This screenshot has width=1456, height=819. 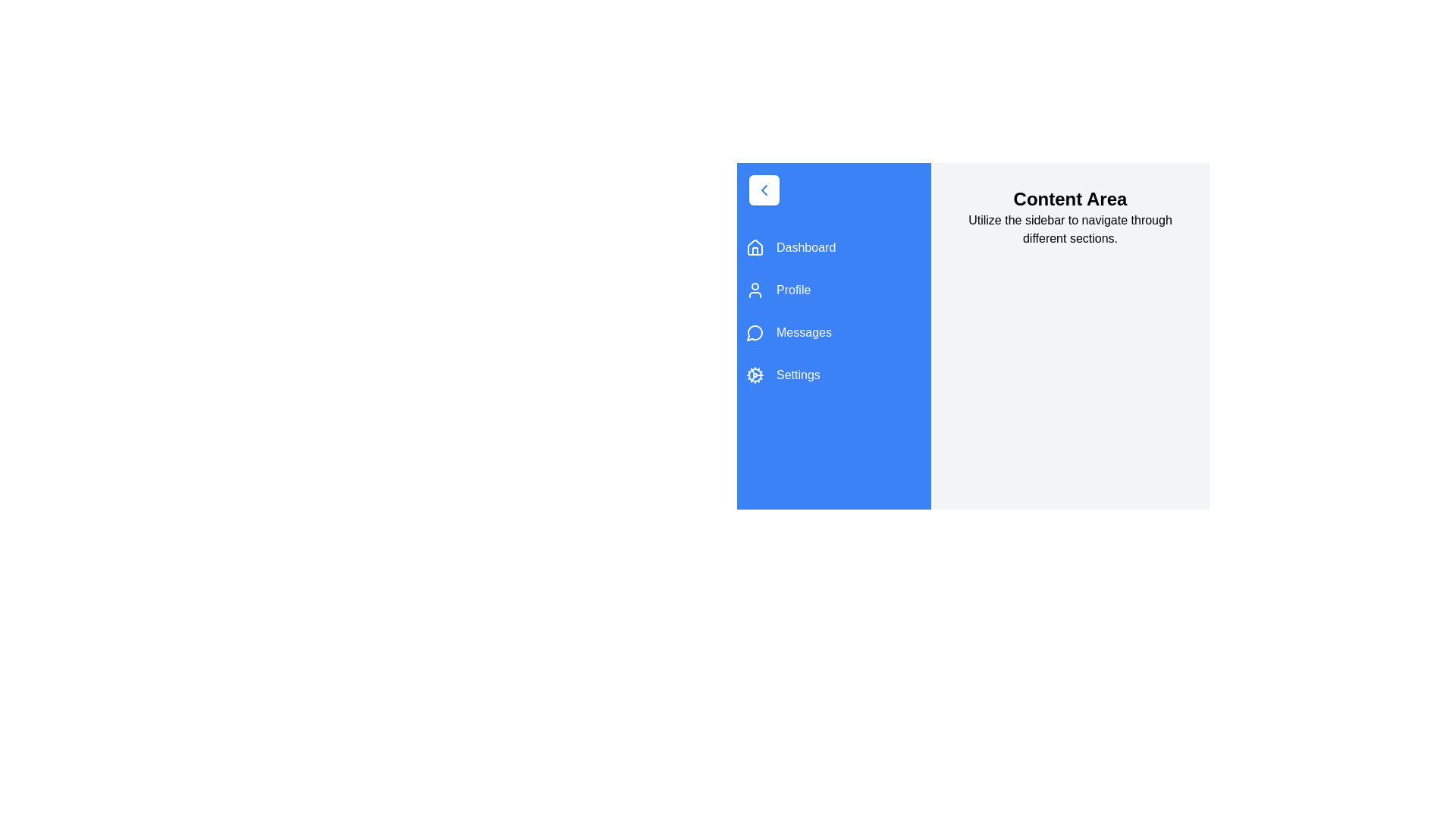 I want to click on the menu item labeled Settings, so click(x=833, y=375).